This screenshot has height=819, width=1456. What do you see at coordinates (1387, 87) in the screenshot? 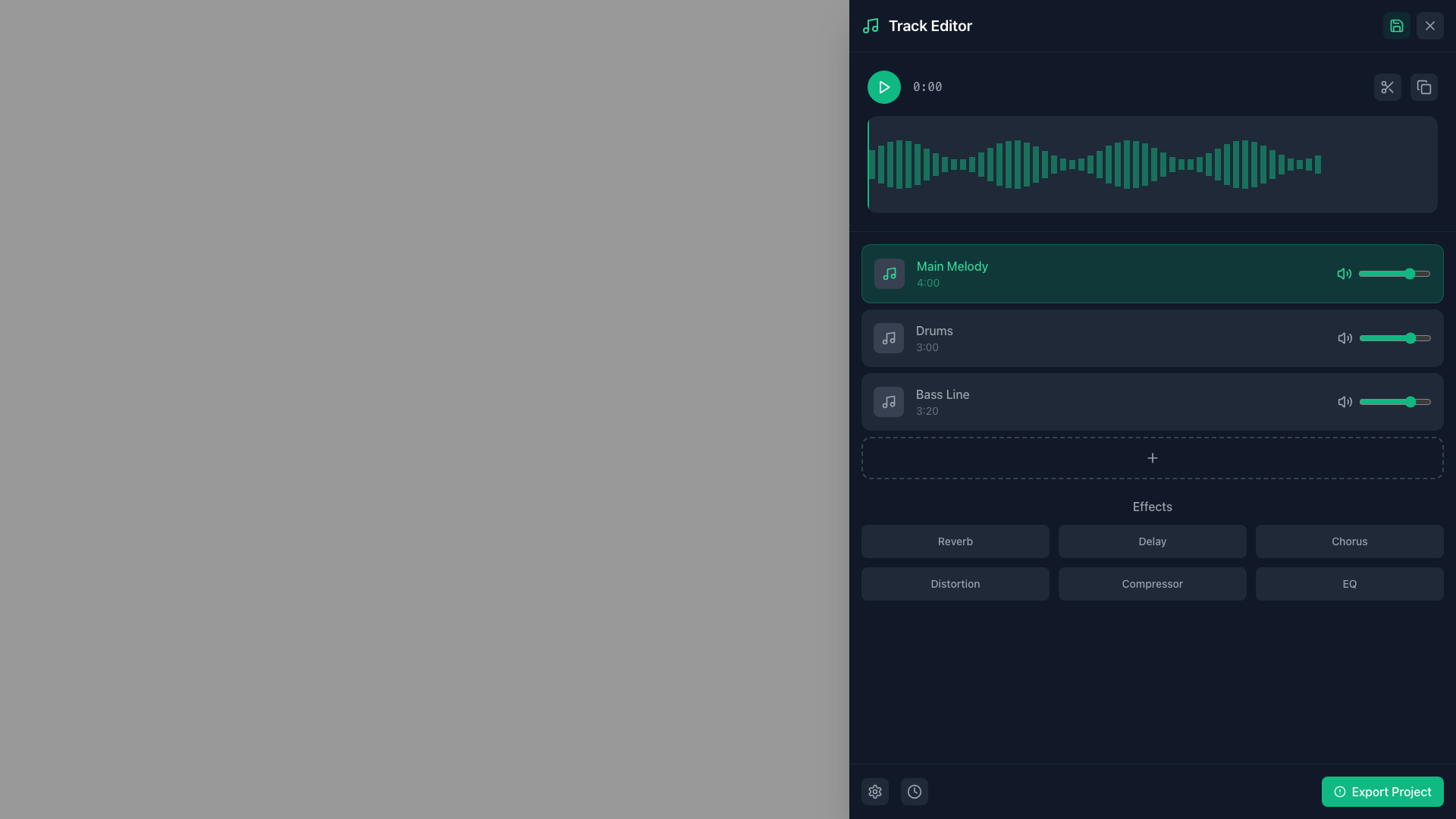
I see `the dark rounded rectangle button with a scissors icon located at the upper-right portion of the interface` at bounding box center [1387, 87].